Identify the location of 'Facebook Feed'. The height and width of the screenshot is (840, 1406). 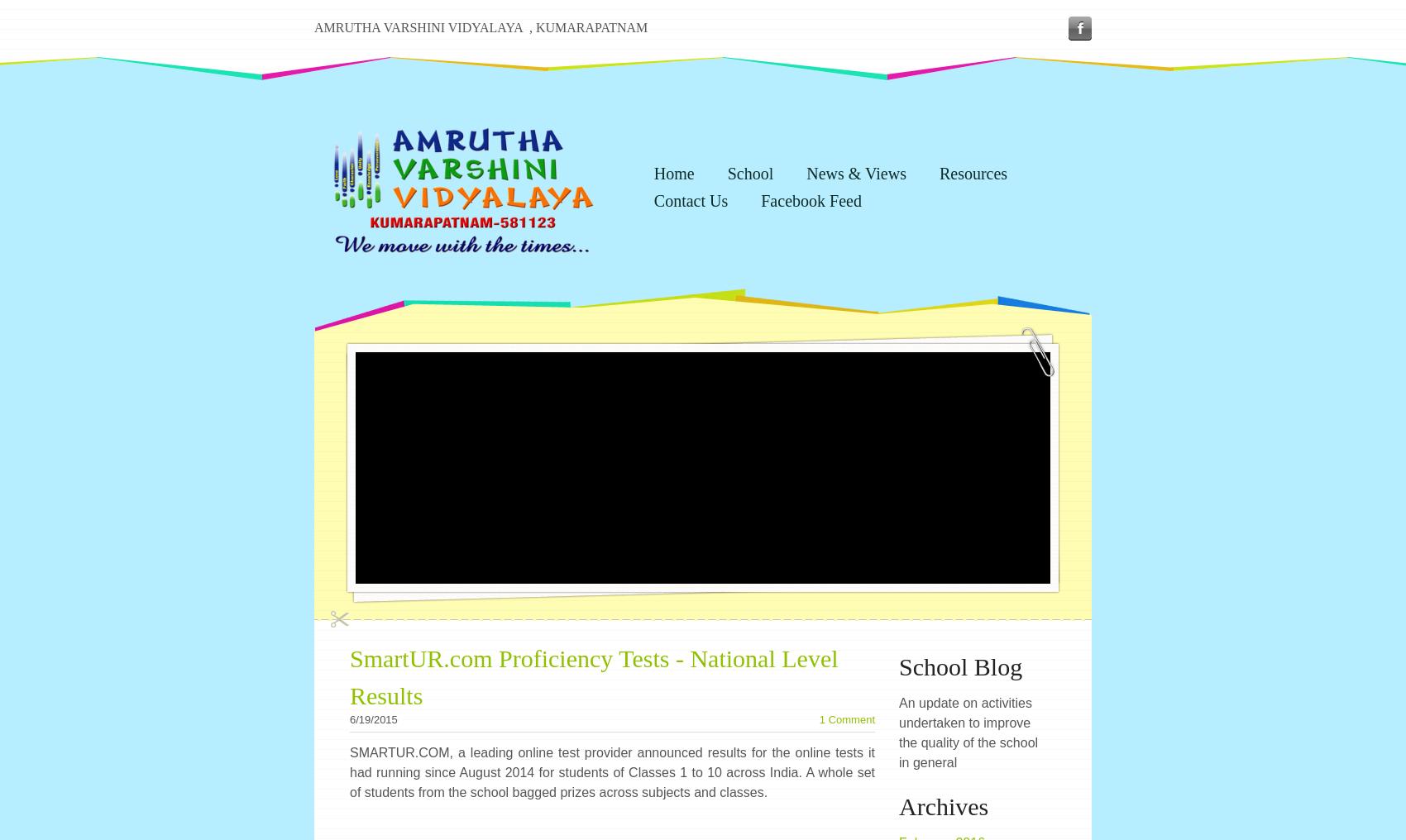
(761, 200).